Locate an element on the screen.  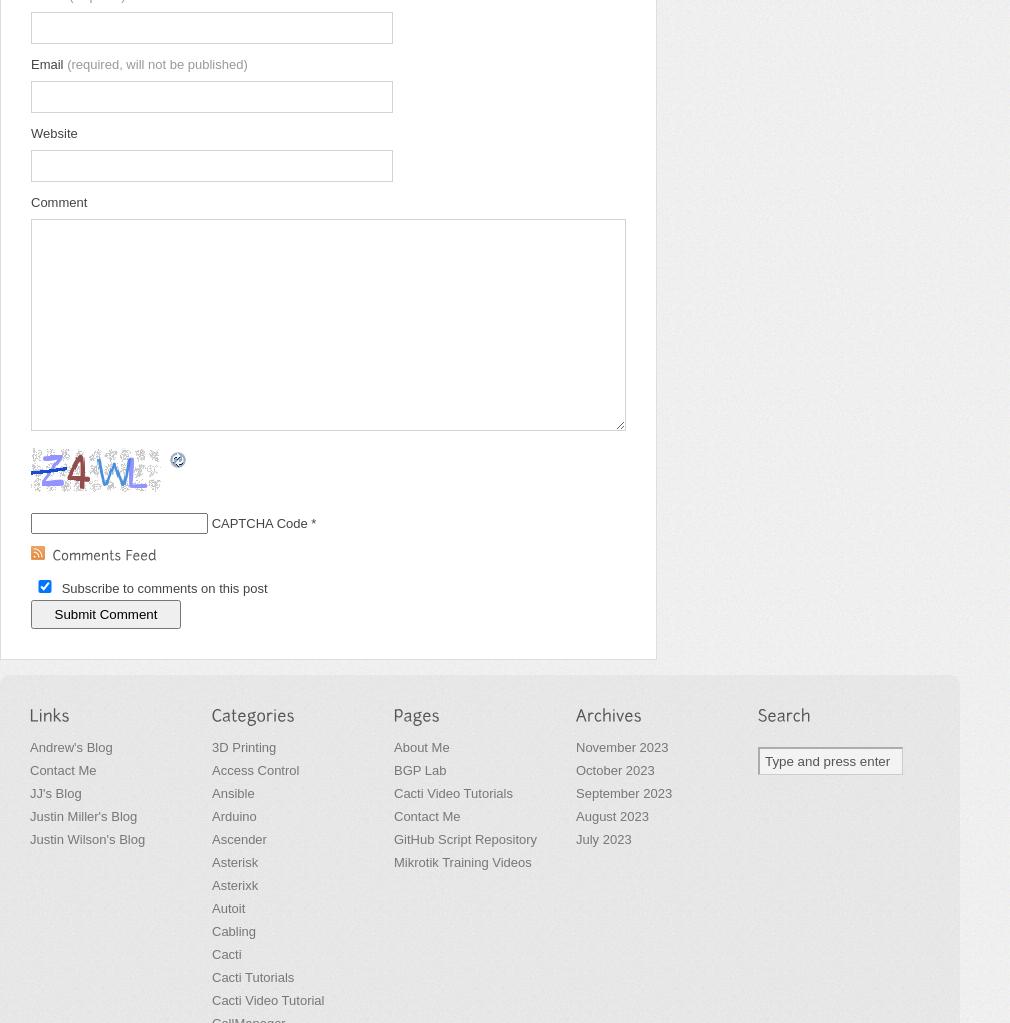
'Cabling' is located at coordinates (233, 930).